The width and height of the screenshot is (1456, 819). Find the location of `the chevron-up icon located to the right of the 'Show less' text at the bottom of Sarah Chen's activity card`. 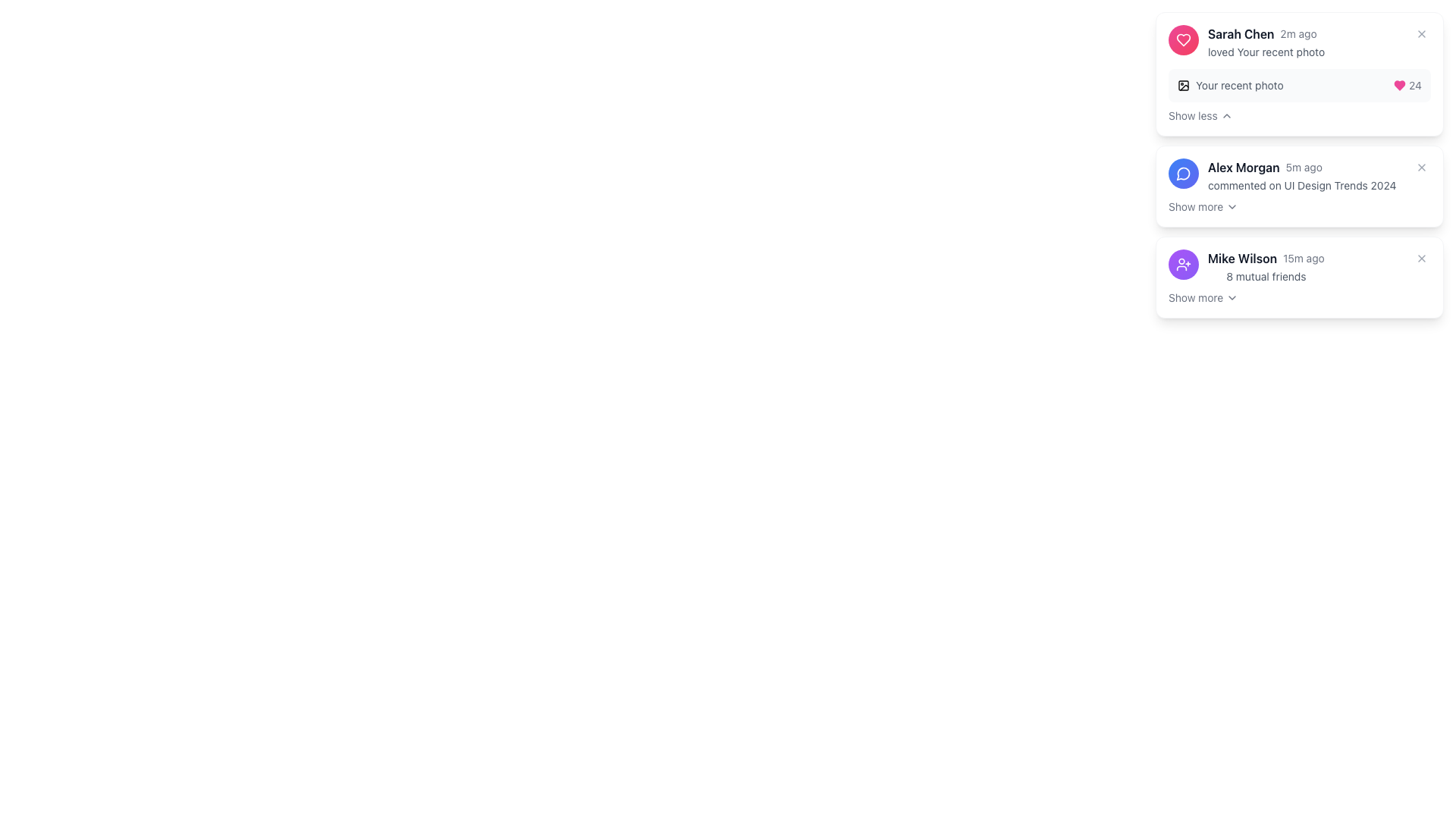

the chevron-up icon located to the right of the 'Show less' text at the bottom of Sarah Chen's activity card is located at coordinates (1226, 115).